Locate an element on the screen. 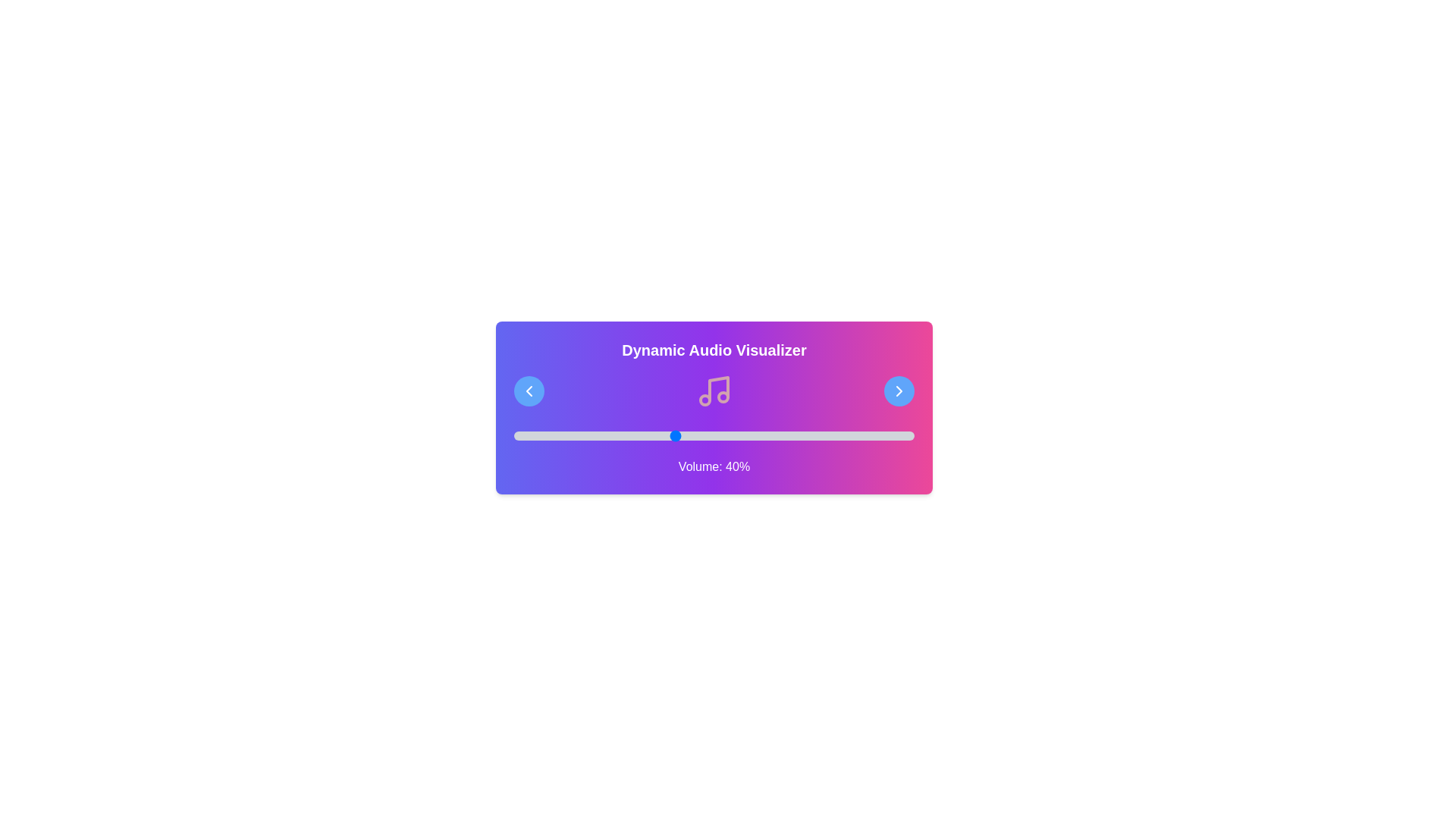  the left navigation button is located at coordinates (529, 391).